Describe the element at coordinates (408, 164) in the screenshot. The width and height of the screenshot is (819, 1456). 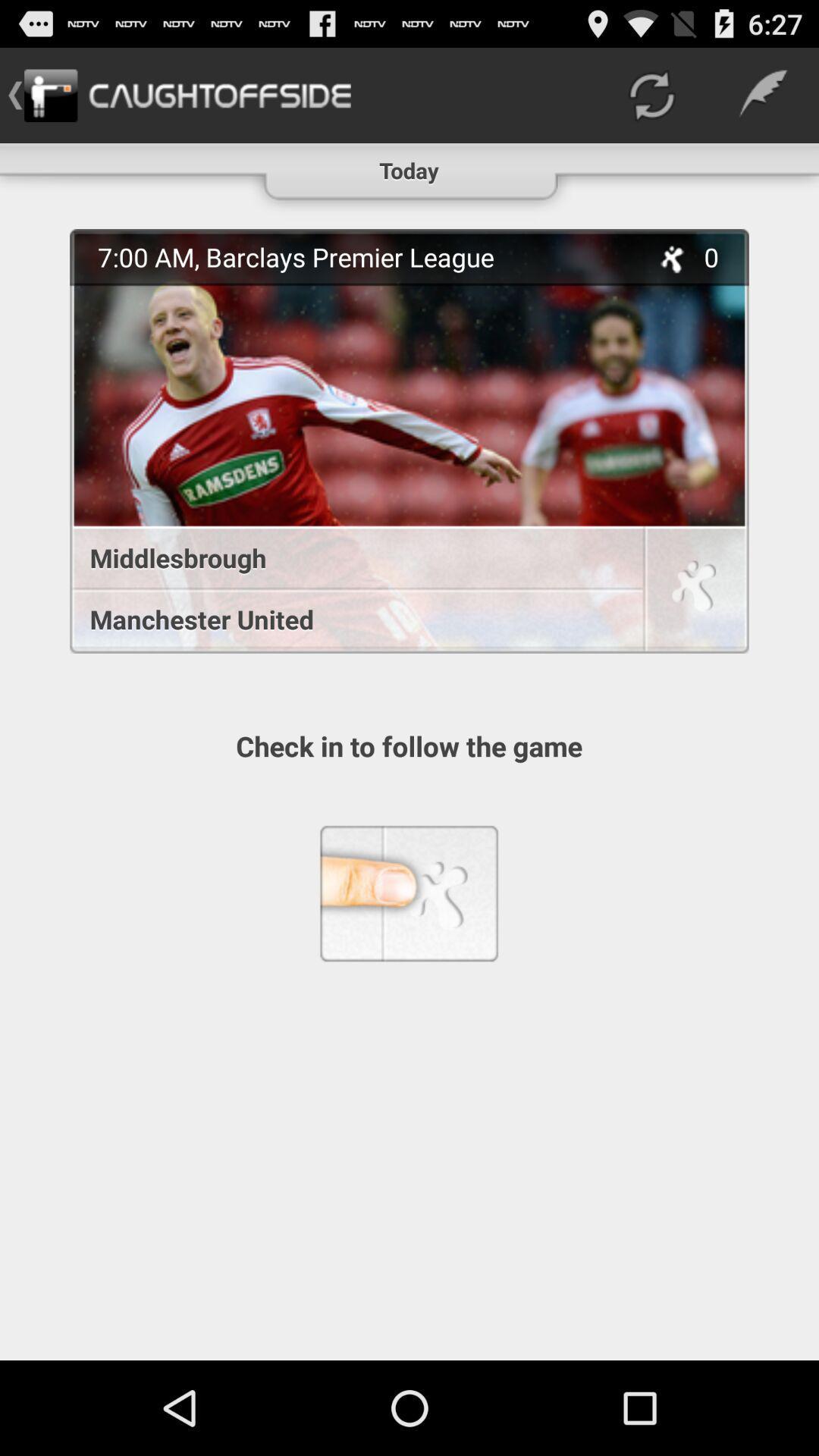
I see `today app` at that location.